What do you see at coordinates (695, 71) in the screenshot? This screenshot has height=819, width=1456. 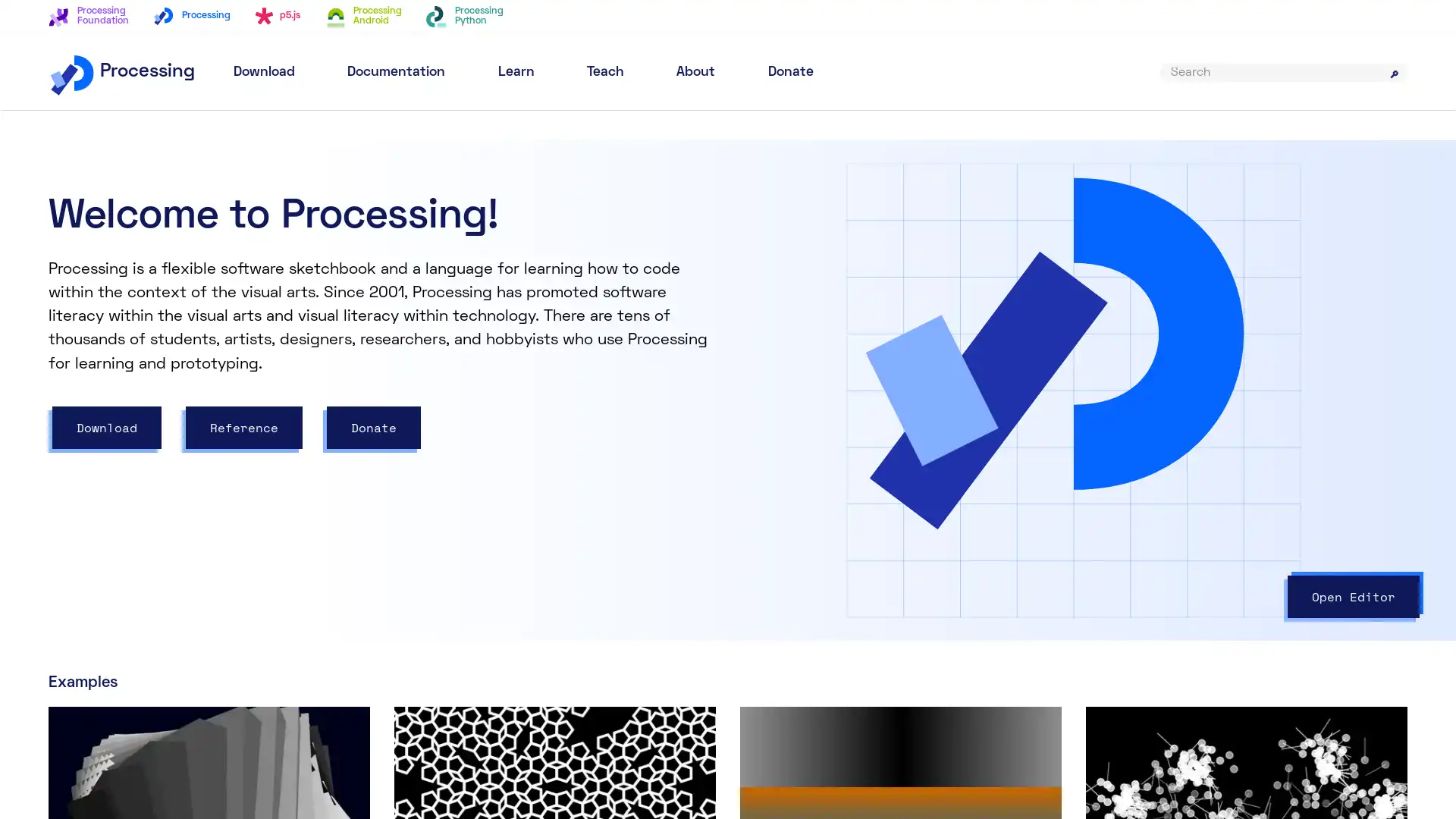 I see `About` at bounding box center [695, 71].